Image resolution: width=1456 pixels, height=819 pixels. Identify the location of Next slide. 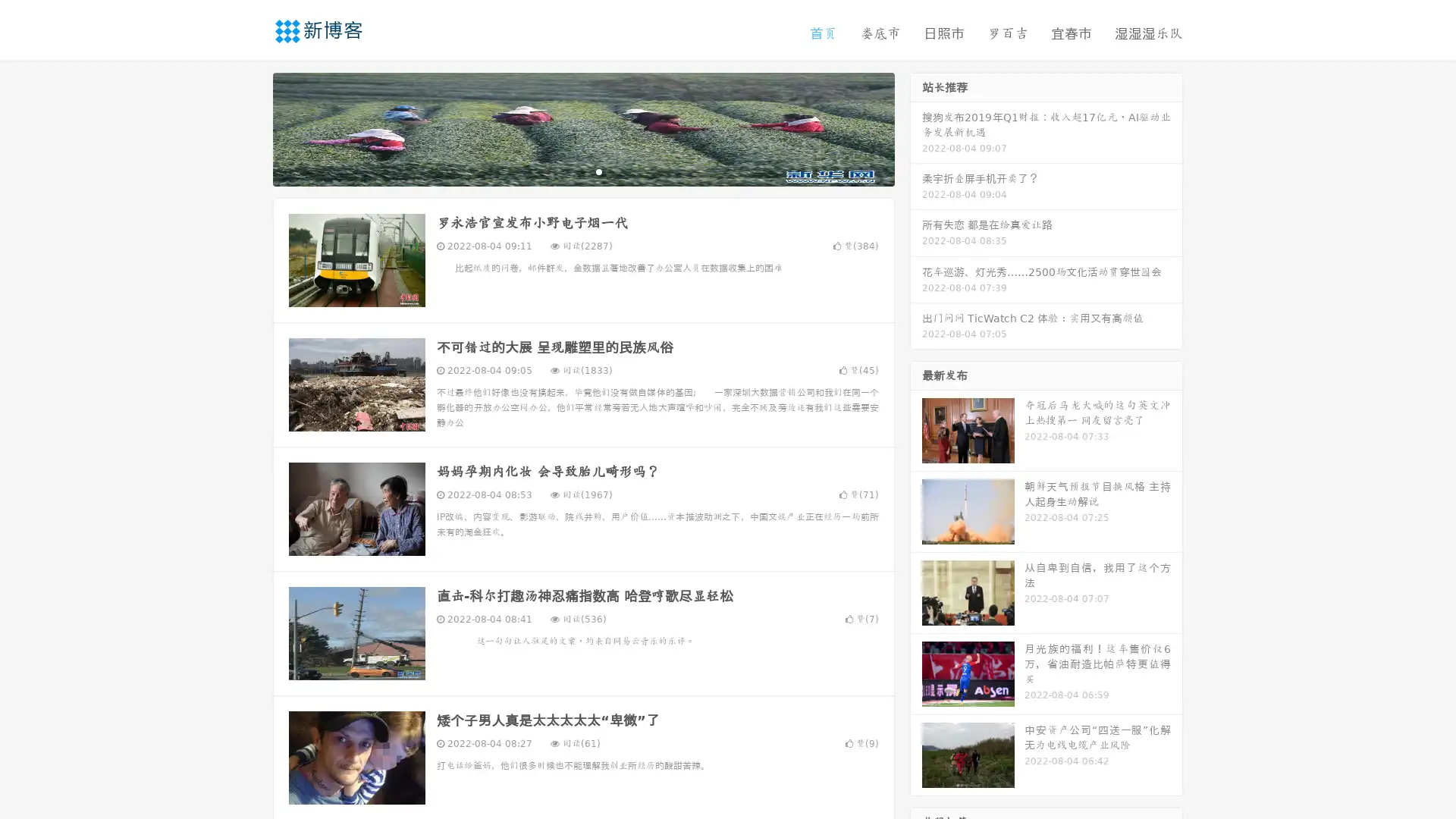
(916, 127).